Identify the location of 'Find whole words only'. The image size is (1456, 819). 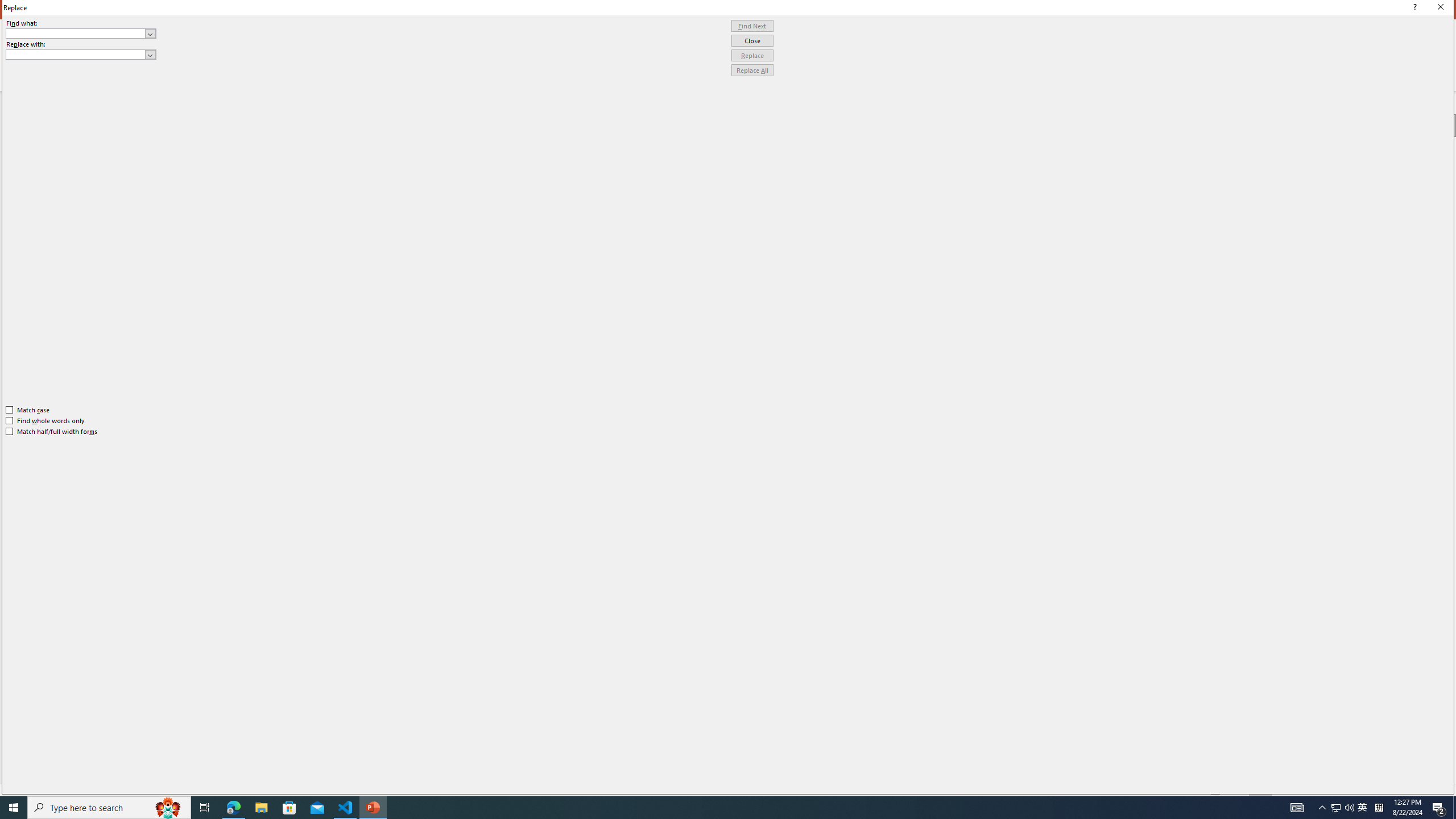
(45, 420).